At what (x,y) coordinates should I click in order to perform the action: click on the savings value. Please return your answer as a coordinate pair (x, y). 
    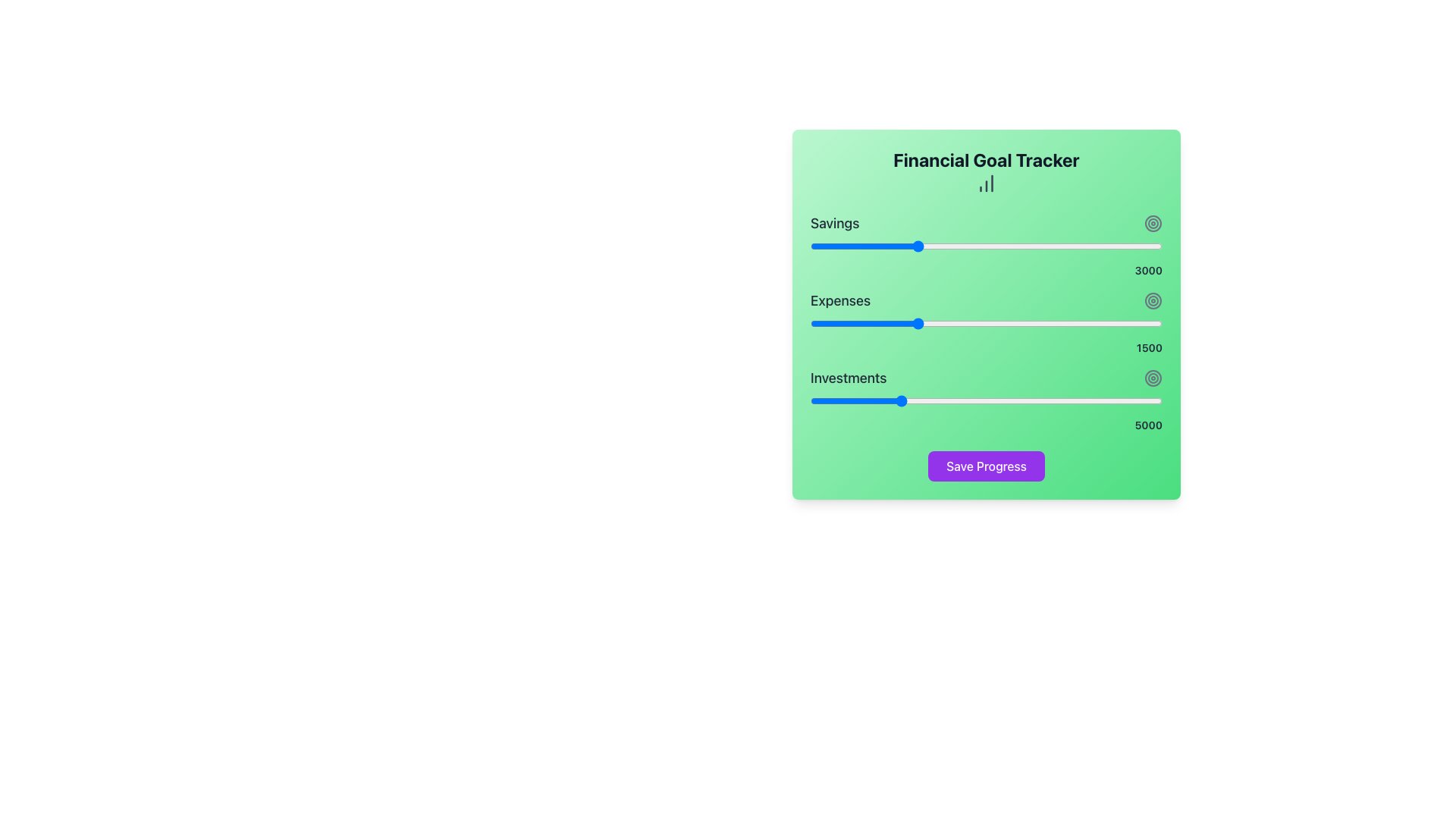
    Looking at the image, I should click on (950, 245).